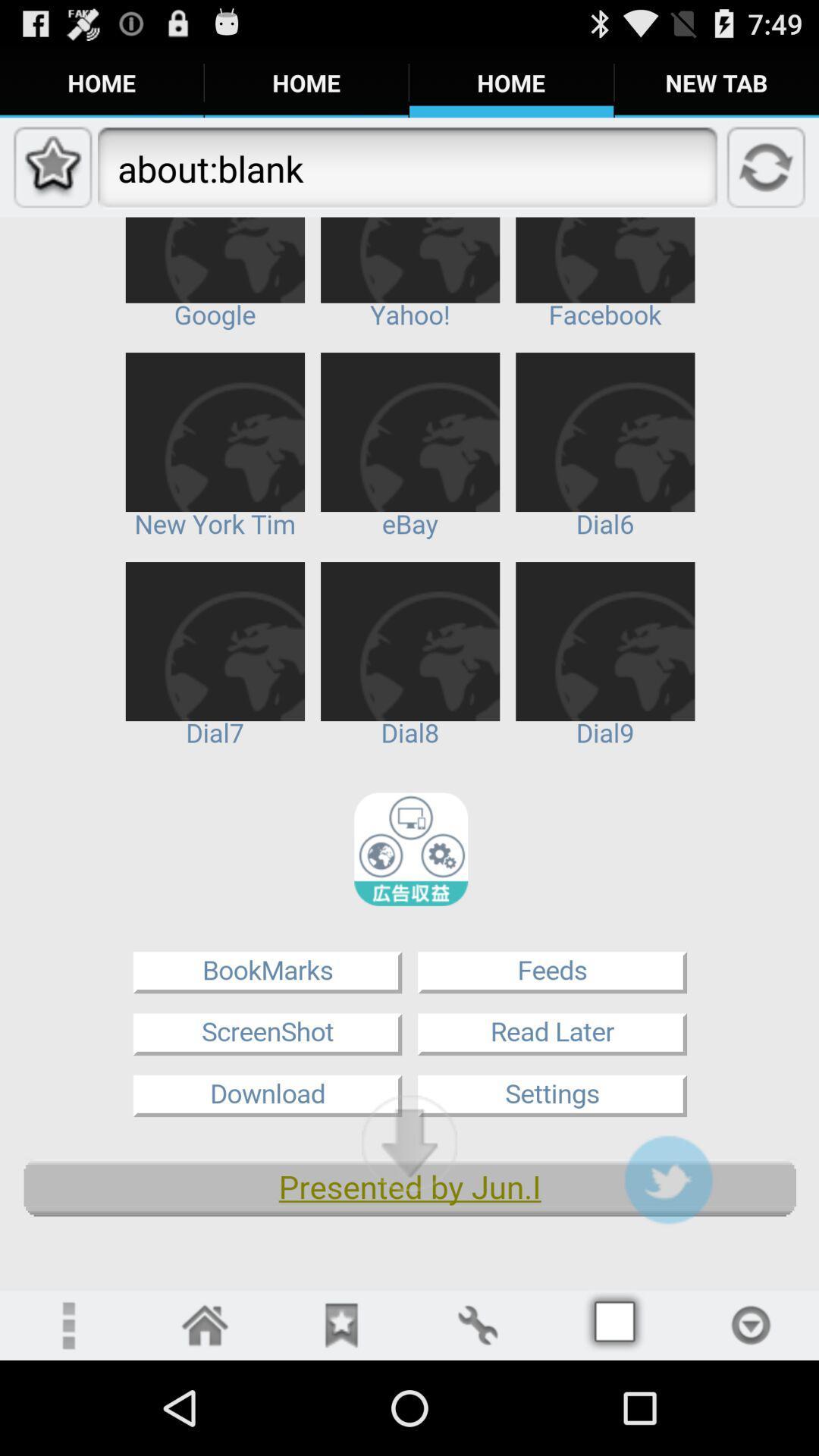  What do you see at coordinates (409, 1223) in the screenshot?
I see `the arrow_downward icon` at bounding box center [409, 1223].